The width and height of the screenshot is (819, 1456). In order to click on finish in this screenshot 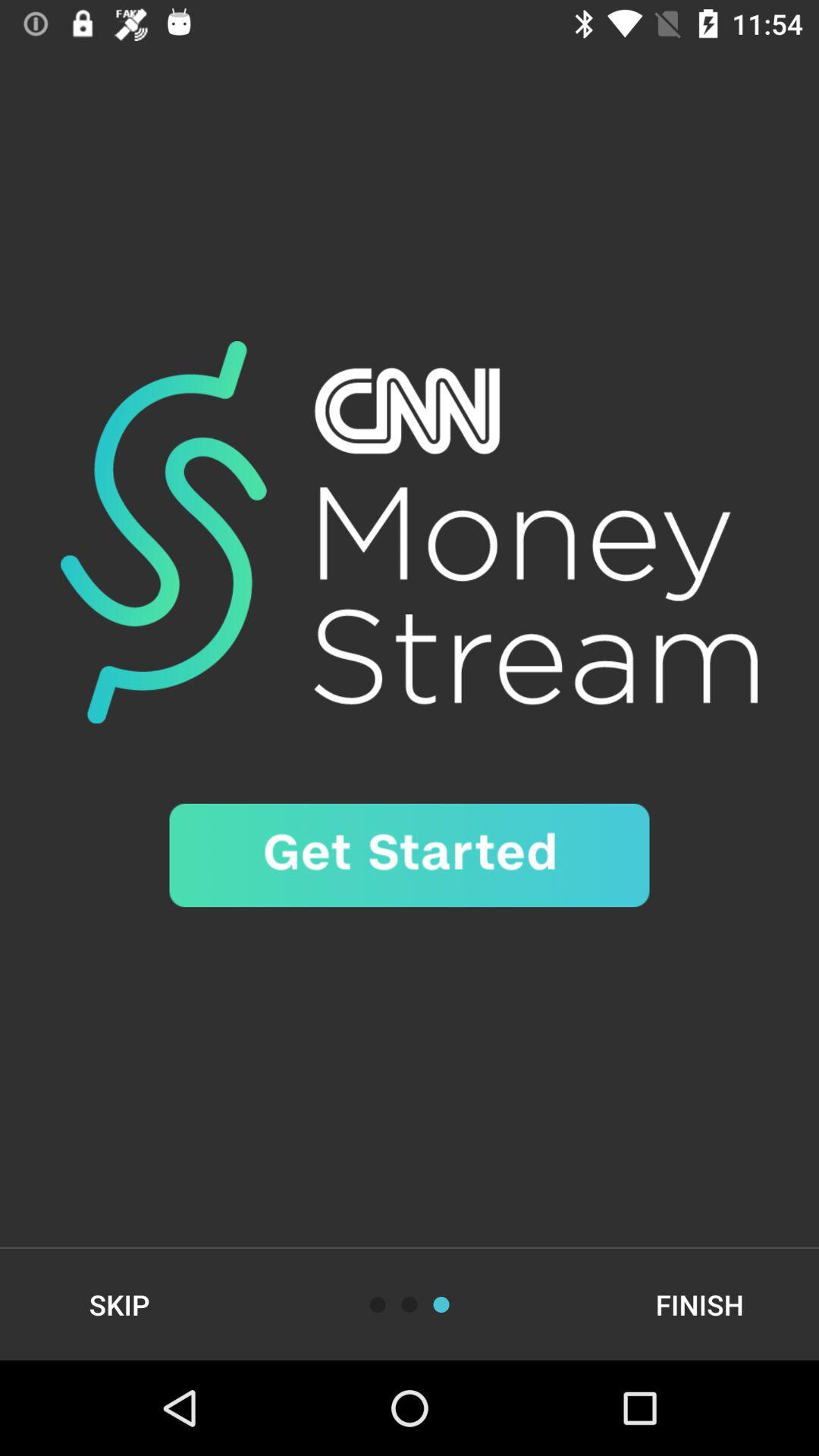, I will do `click(699, 1304)`.